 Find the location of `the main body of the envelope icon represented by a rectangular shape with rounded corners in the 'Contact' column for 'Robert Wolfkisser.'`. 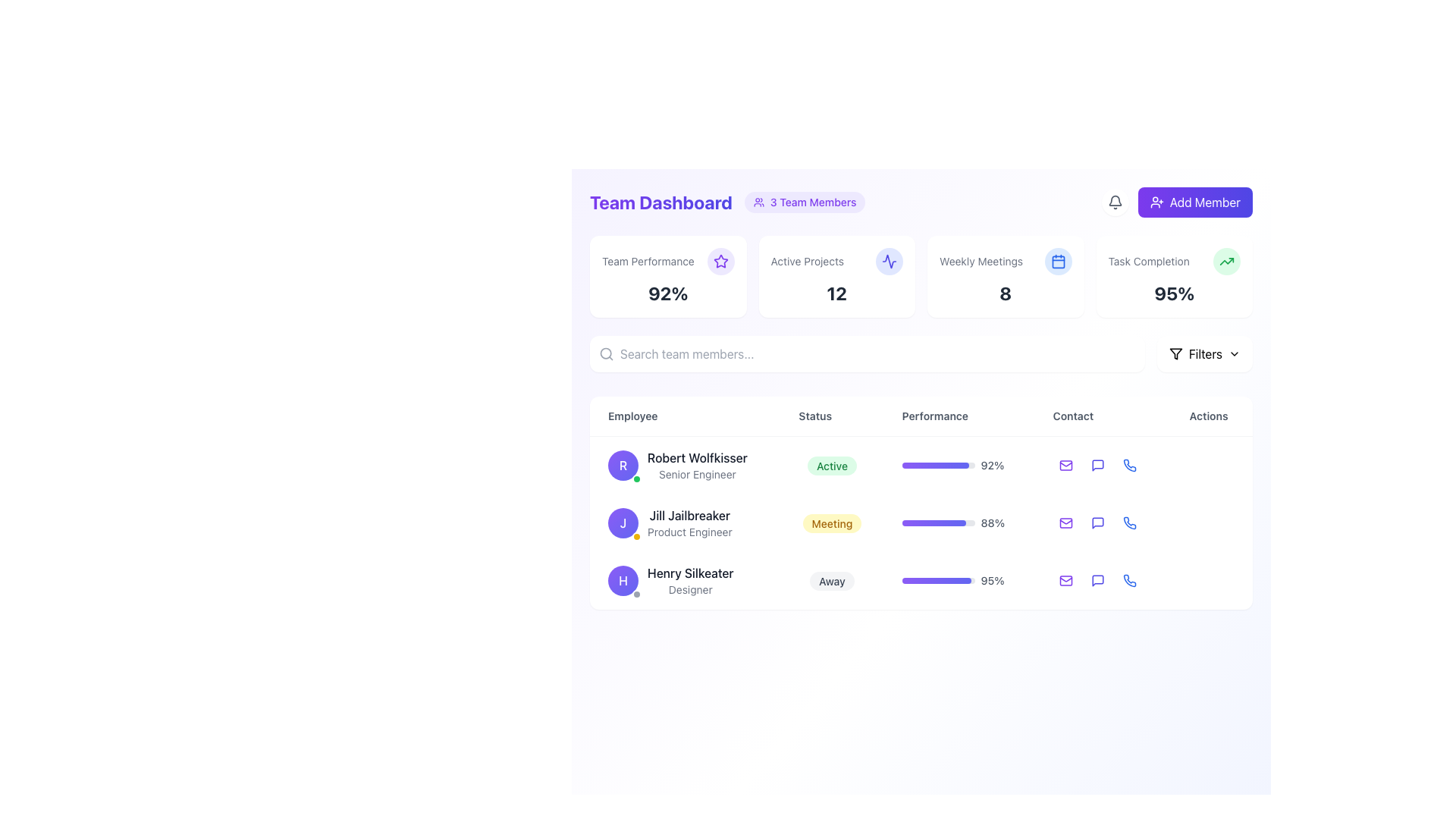

the main body of the envelope icon represented by a rectangular shape with rounded corners in the 'Contact' column for 'Robert Wolfkisser.' is located at coordinates (1065, 464).